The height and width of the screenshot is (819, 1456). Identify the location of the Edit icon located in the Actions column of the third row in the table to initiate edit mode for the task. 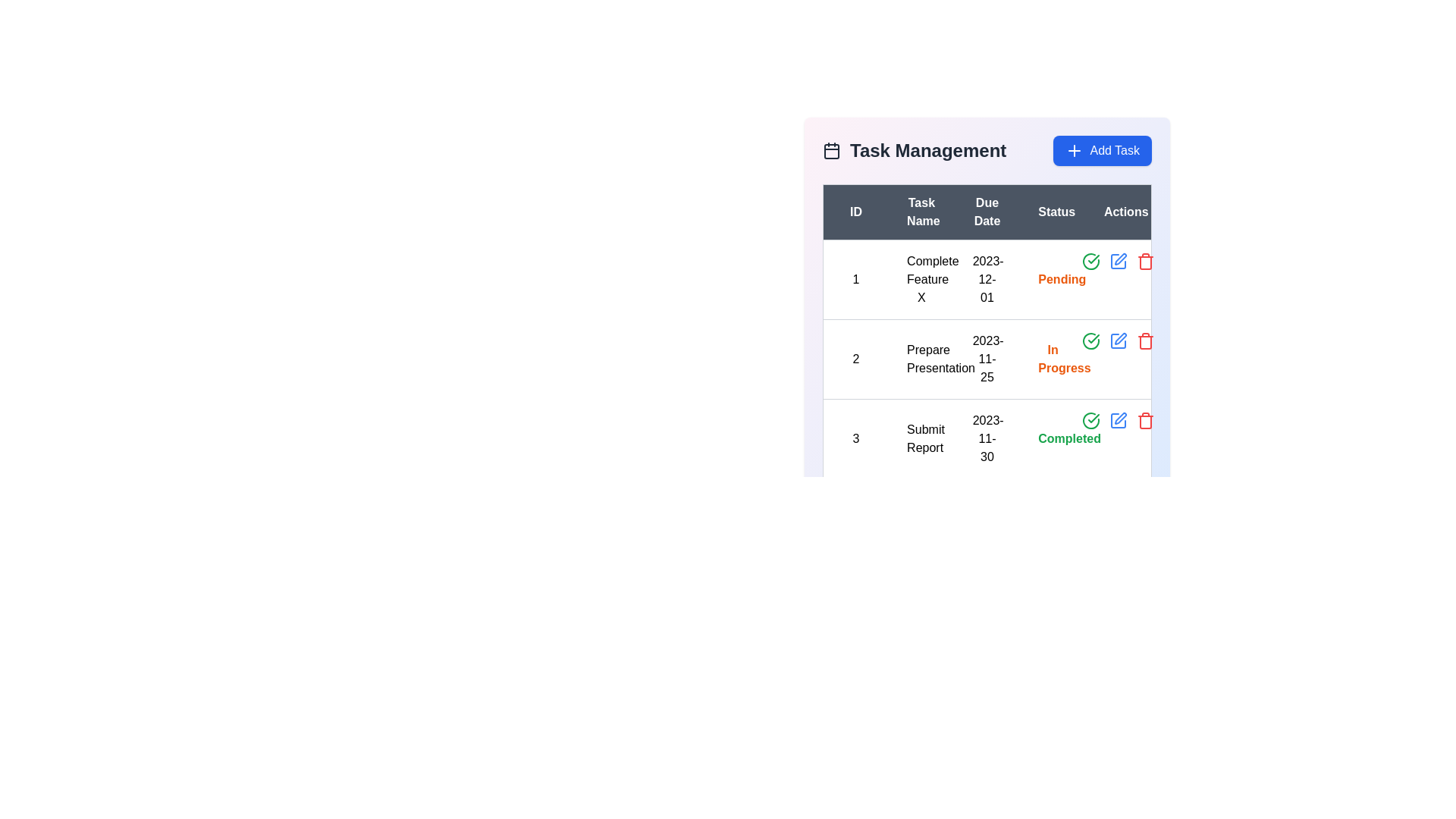
(1121, 418).